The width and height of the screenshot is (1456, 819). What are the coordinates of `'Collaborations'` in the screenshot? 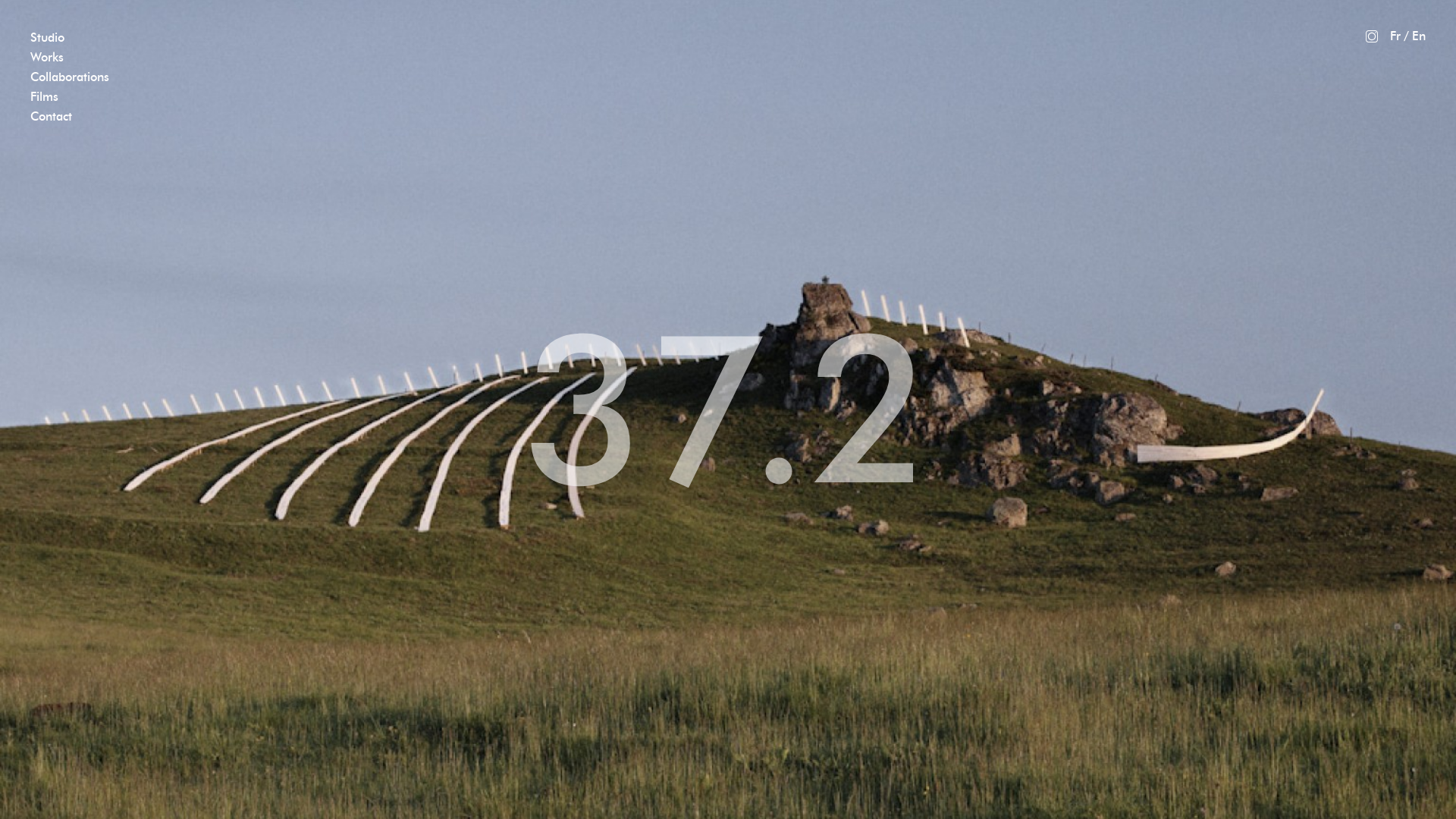 It's located at (68, 77).